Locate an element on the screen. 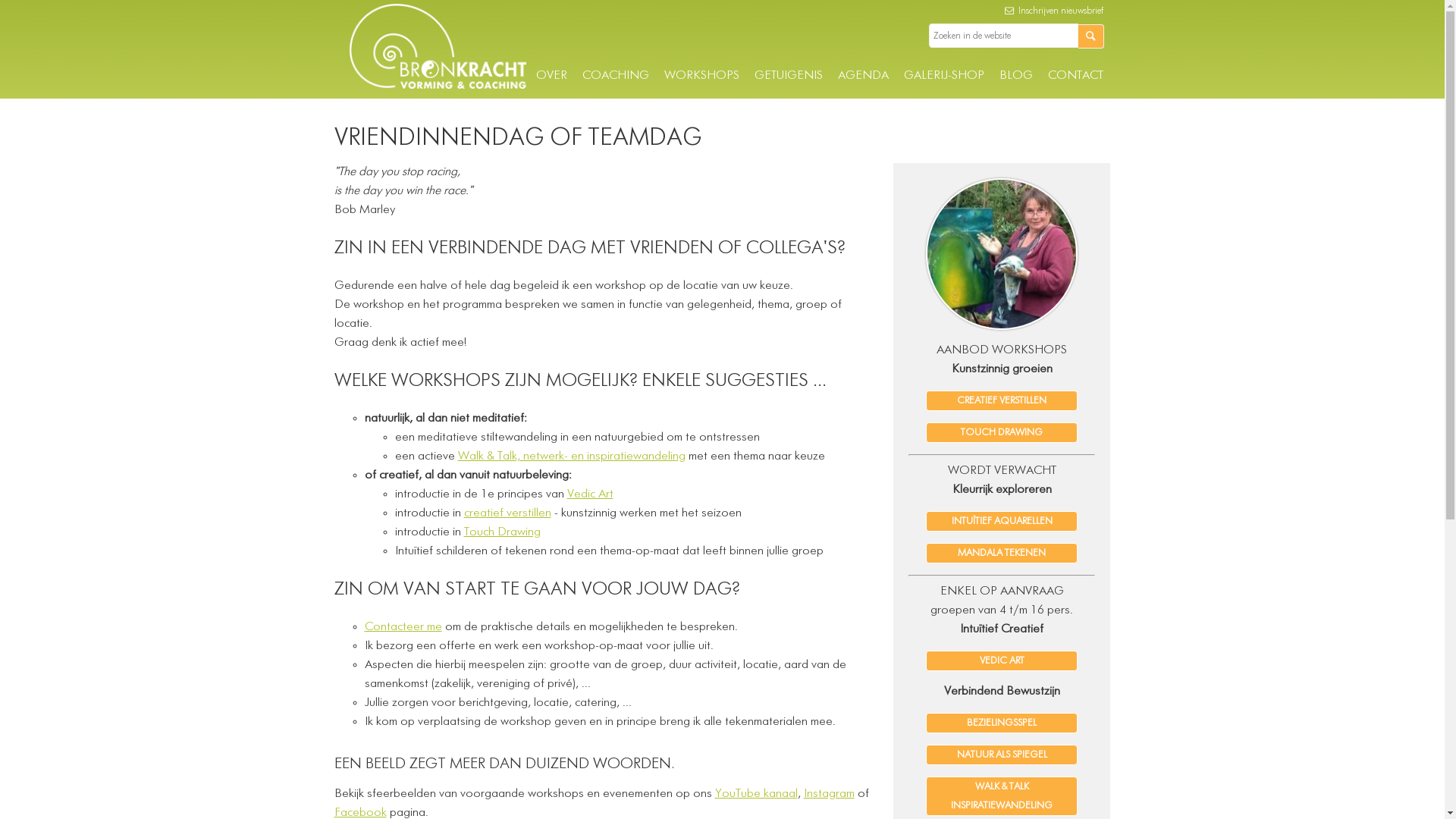  'NATUUR ALS SPIEGEL' is located at coordinates (1001, 755).